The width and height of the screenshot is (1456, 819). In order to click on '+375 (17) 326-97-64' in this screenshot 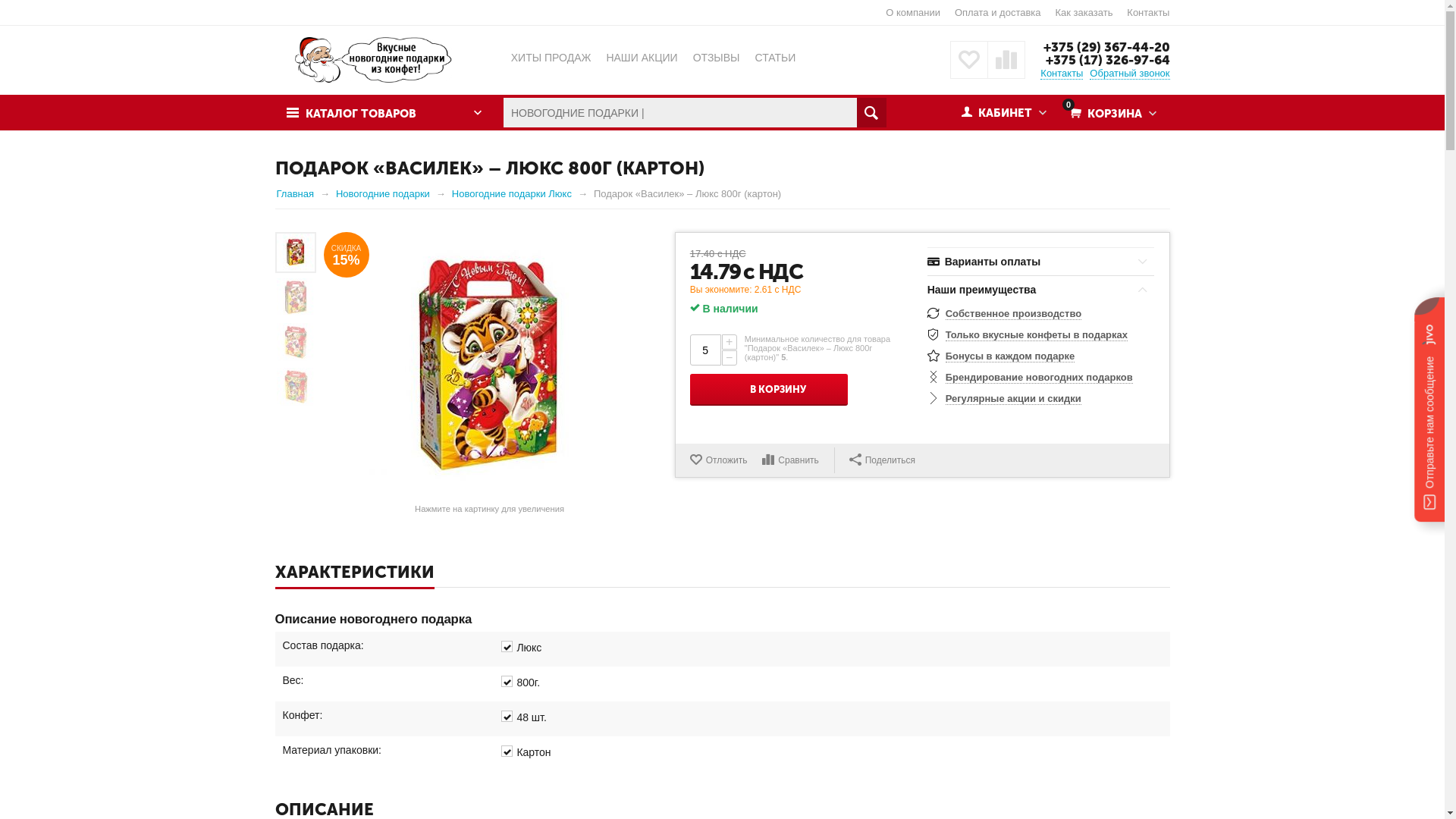, I will do `click(1106, 58)`.